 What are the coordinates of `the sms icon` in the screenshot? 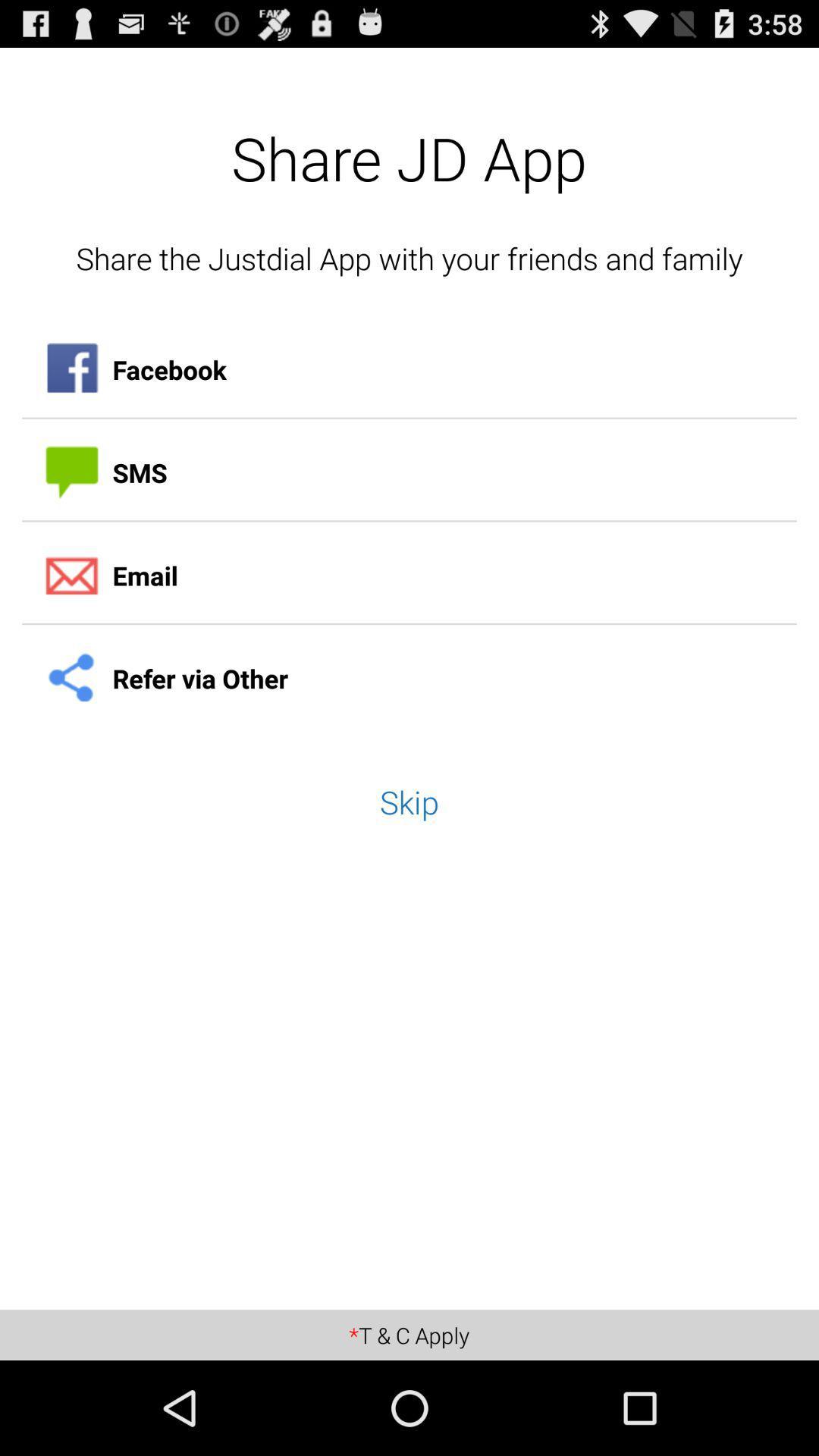 It's located at (409, 472).